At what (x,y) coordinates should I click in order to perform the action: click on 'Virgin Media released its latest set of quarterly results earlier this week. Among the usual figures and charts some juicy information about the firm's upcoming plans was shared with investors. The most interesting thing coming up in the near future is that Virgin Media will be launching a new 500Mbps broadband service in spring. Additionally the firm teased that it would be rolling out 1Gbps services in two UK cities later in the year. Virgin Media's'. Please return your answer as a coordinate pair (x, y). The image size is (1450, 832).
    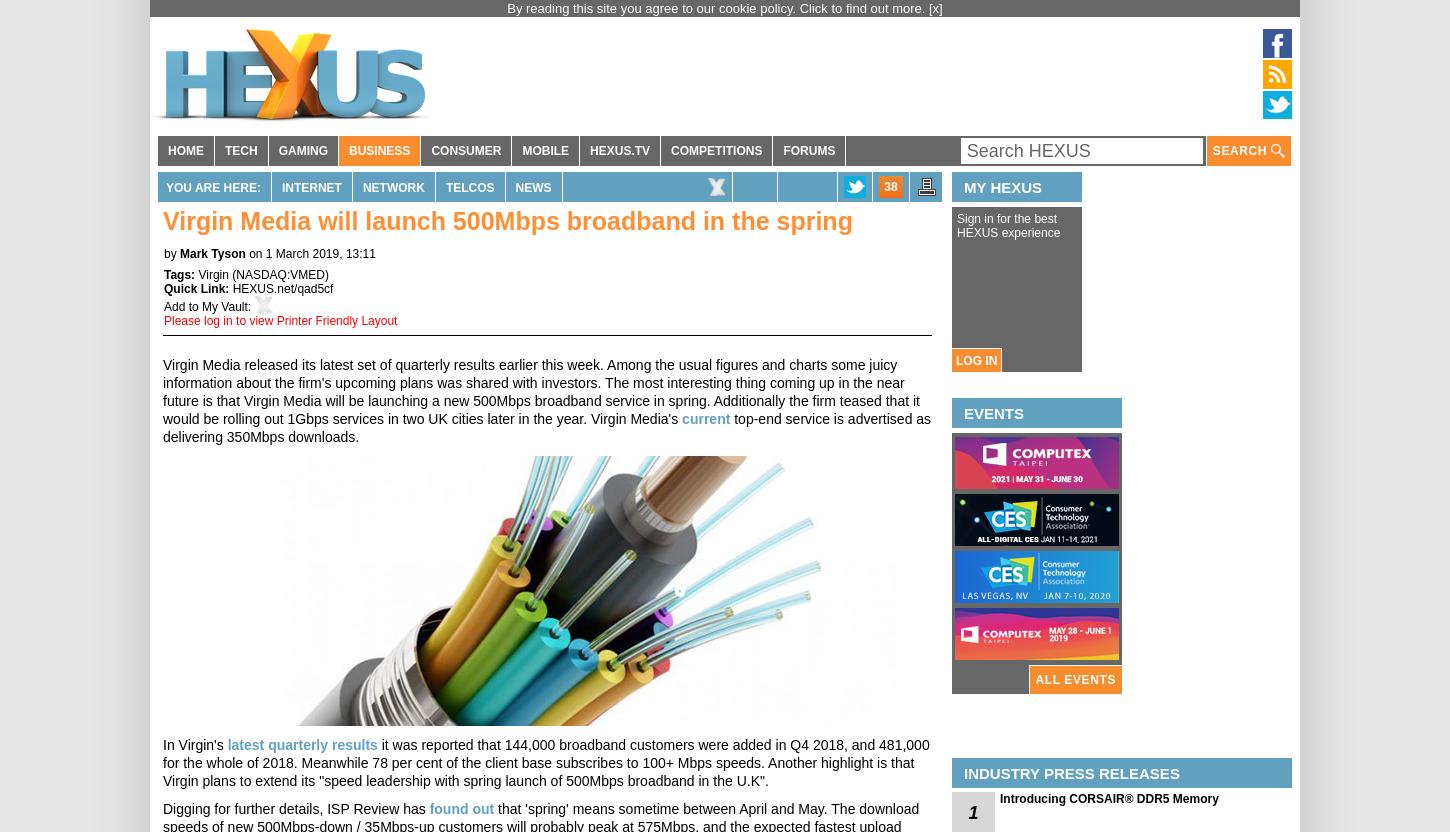
    Looking at the image, I should click on (540, 391).